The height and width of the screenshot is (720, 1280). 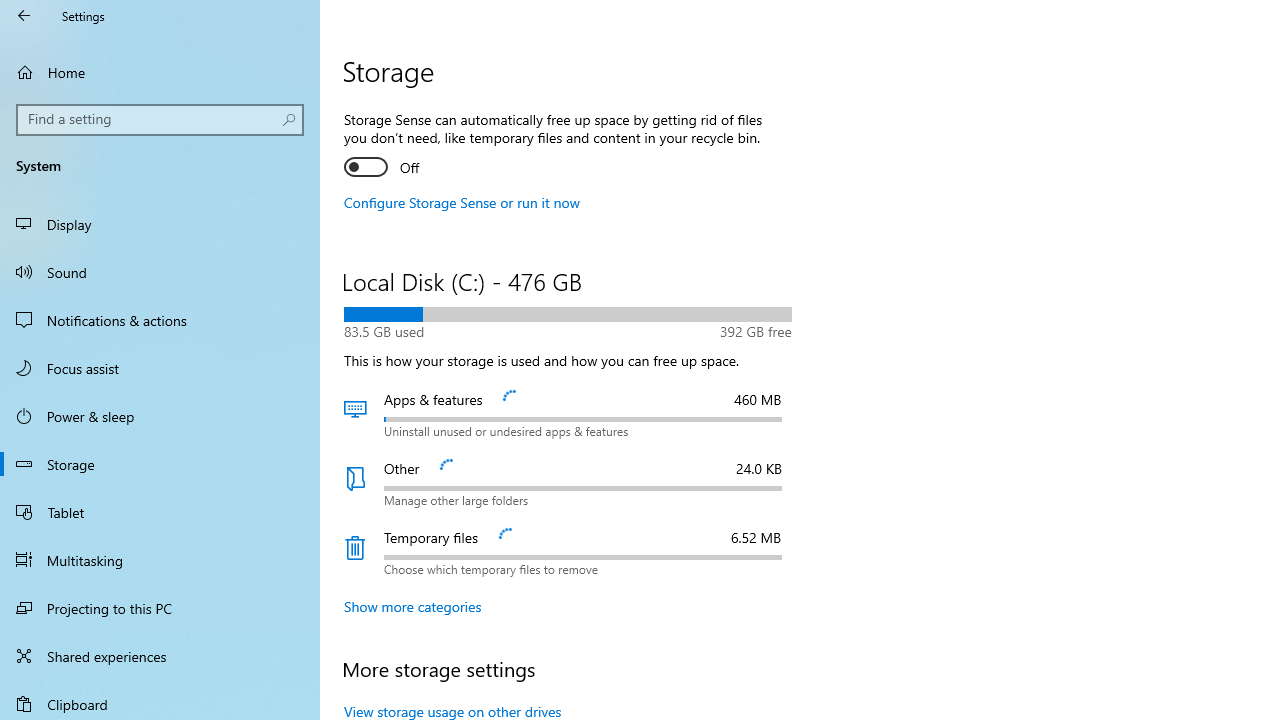 What do you see at coordinates (160, 119) in the screenshot?
I see `'Search box, Find a setting'` at bounding box center [160, 119].